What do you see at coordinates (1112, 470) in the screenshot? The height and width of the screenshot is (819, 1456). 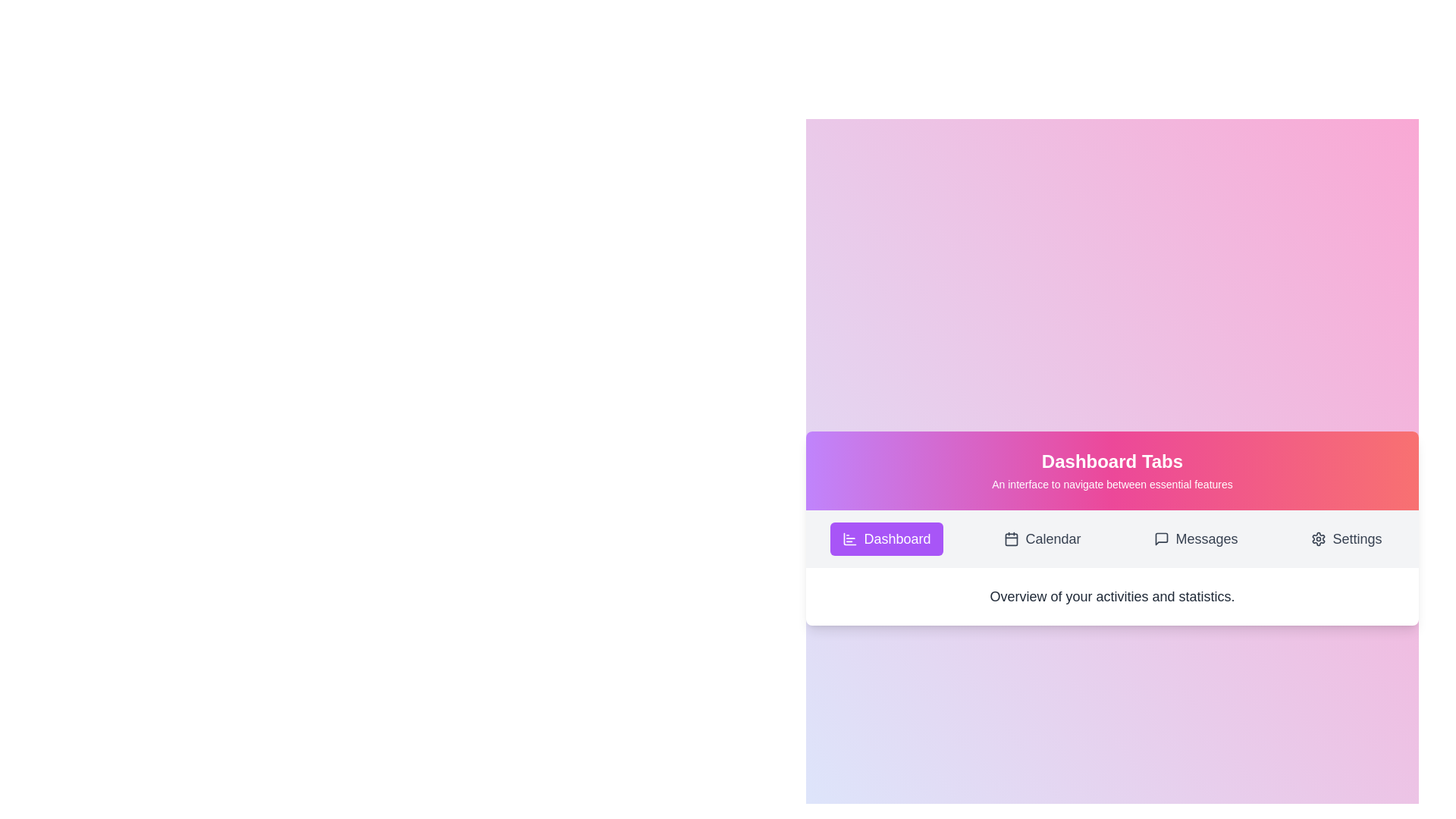 I see `the Static informational banner header displaying 'Dashboard Tabs' with a gradient background from purple to red` at bounding box center [1112, 470].